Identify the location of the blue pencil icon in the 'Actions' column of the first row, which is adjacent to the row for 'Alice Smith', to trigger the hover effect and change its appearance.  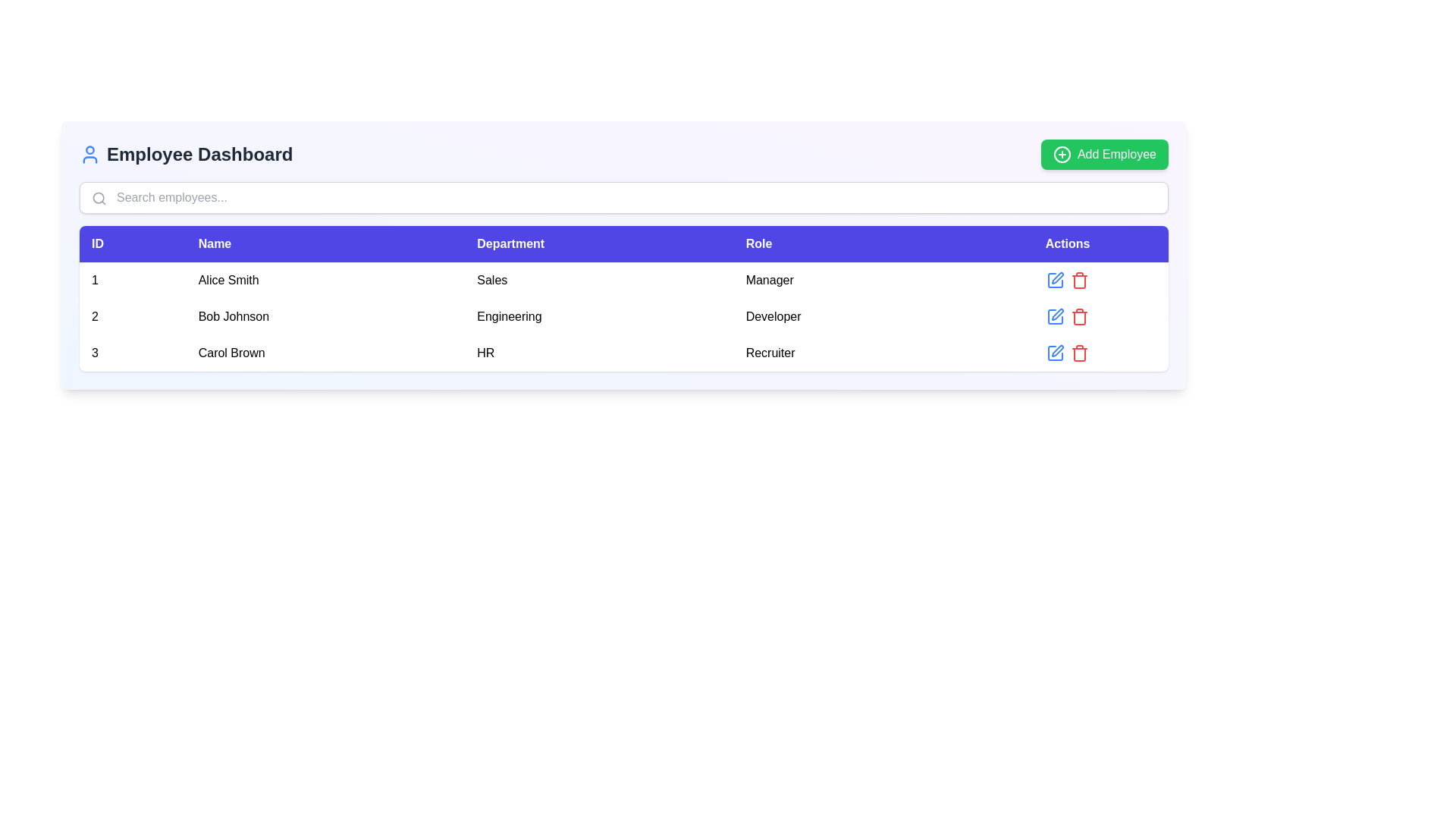
(1055, 281).